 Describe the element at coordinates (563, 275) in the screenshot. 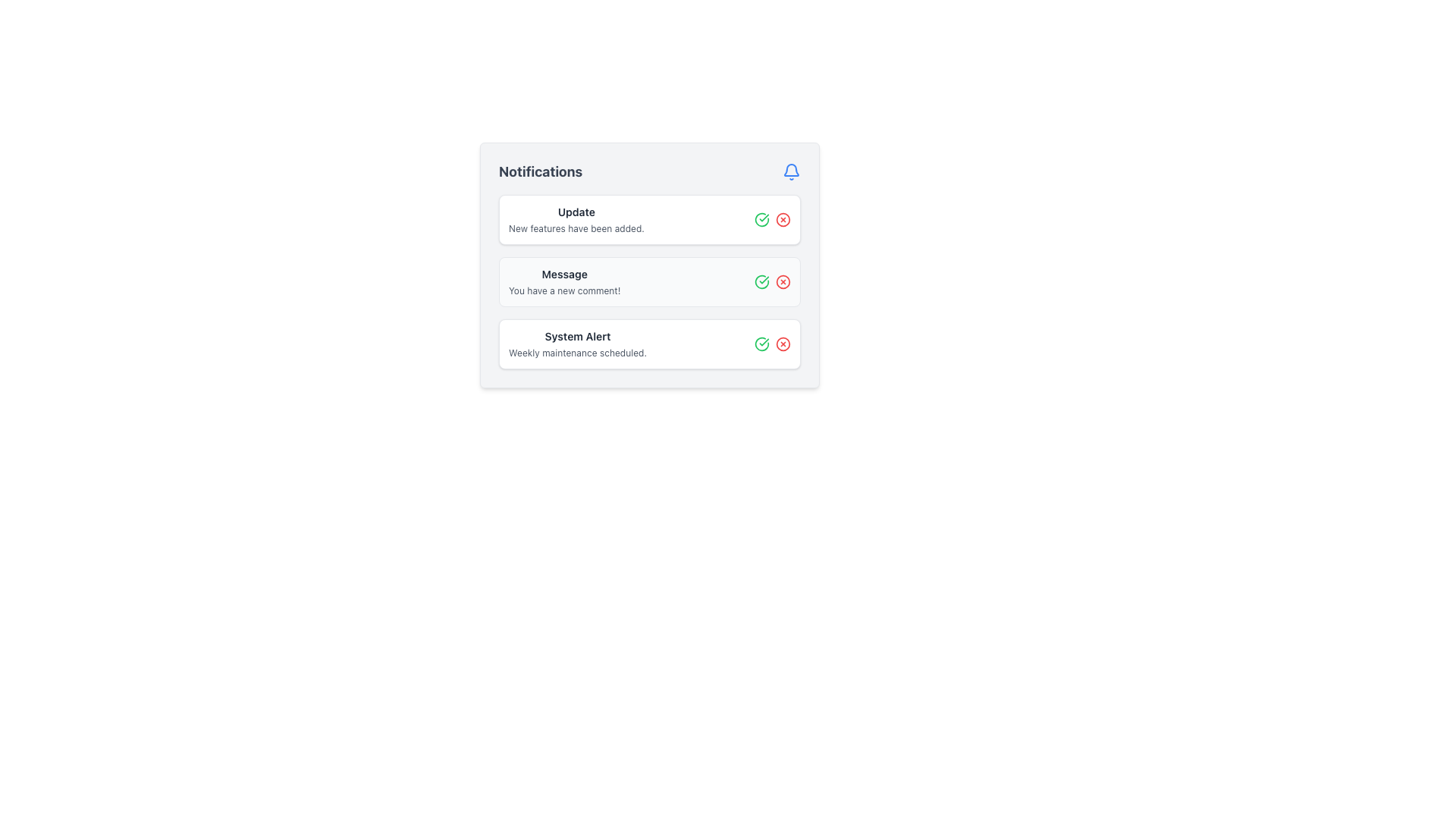

I see `the text label displaying 'Message' in bold dark gray, which is positioned centrally in the second notification card above the subtext 'You have a new comment!'` at that location.